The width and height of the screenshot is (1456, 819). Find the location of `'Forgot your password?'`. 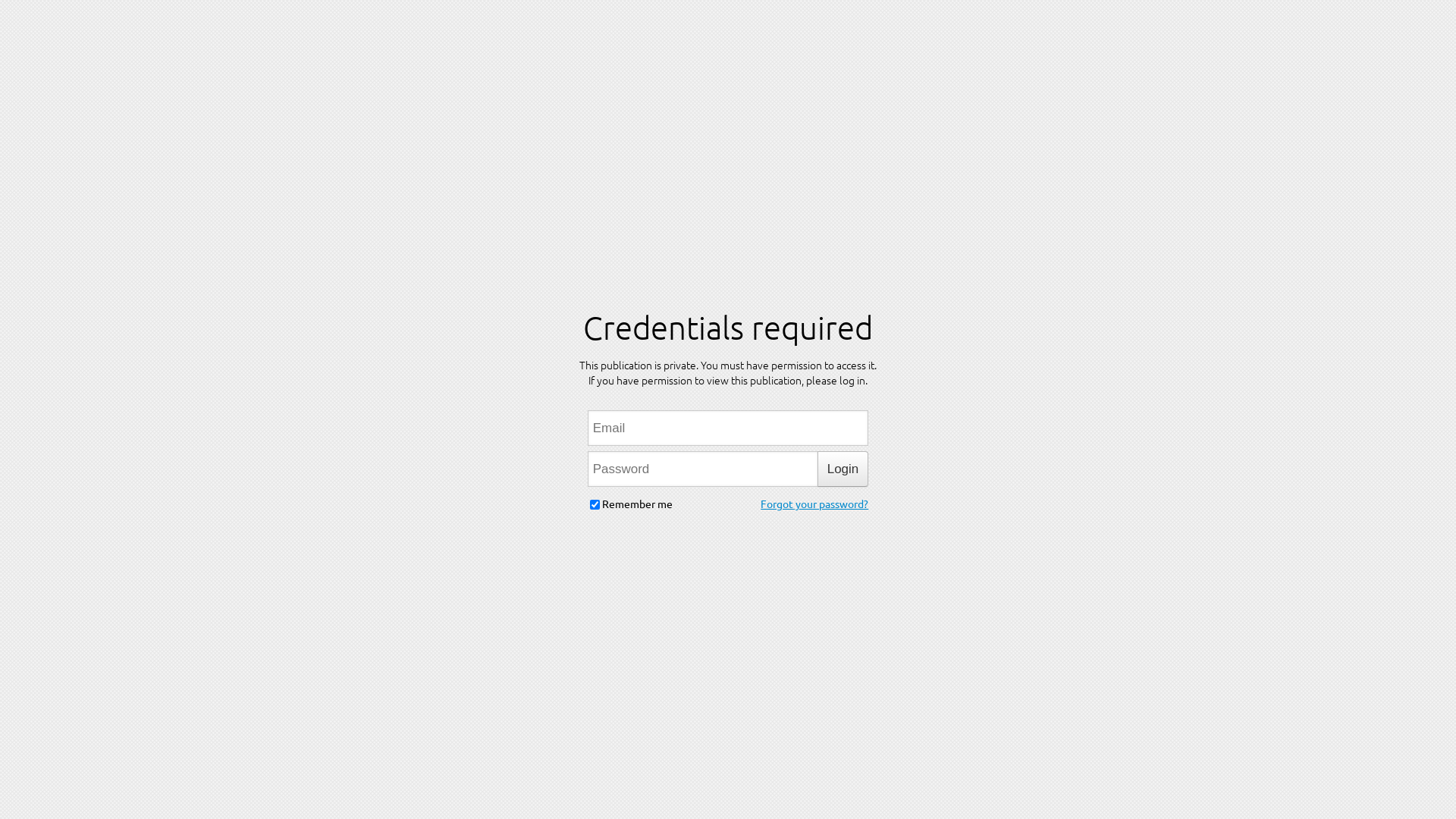

'Forgot your password?' is located at coordinates (814, 500).